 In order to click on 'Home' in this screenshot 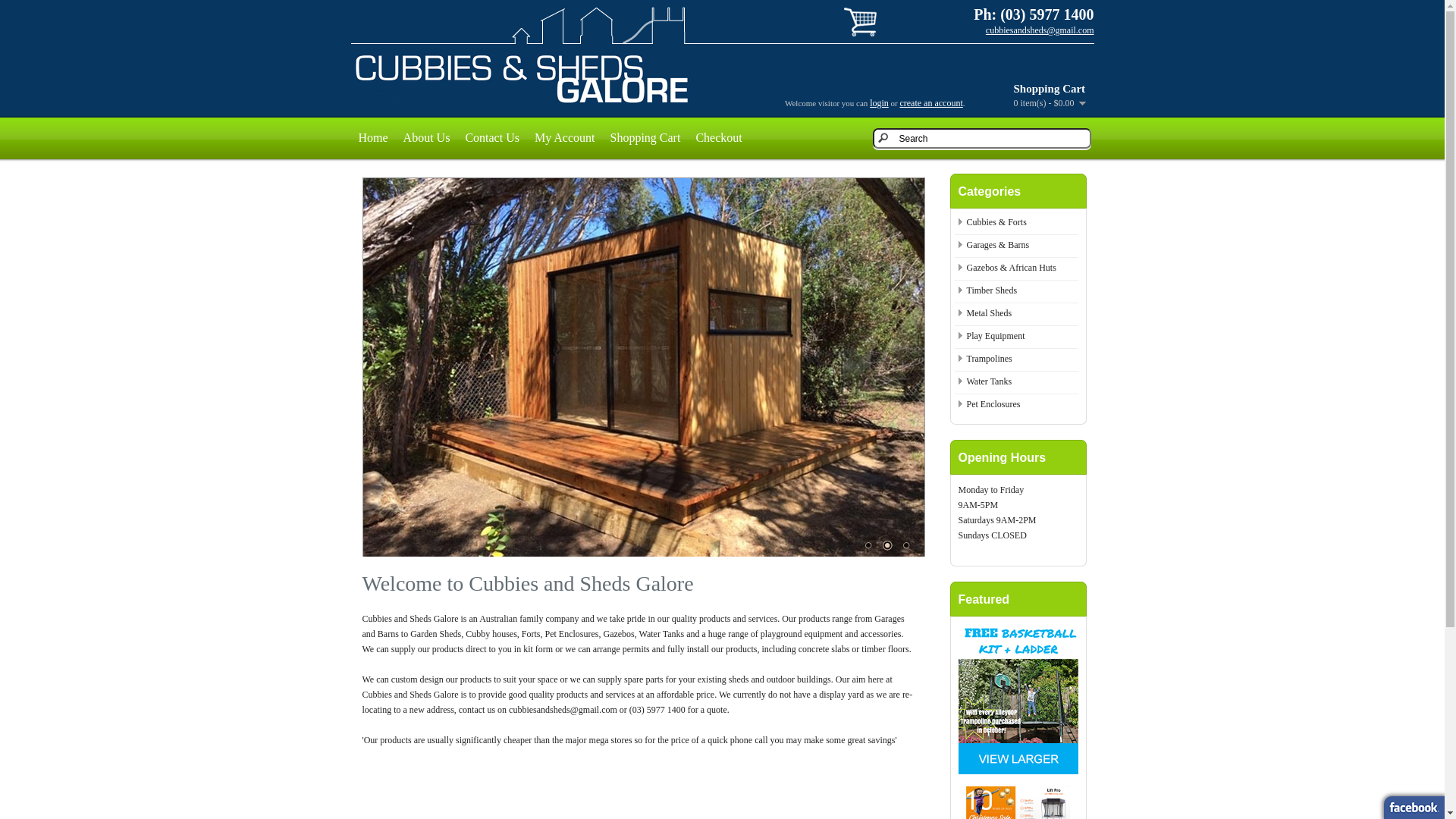, I will do `click(372, 137)`.